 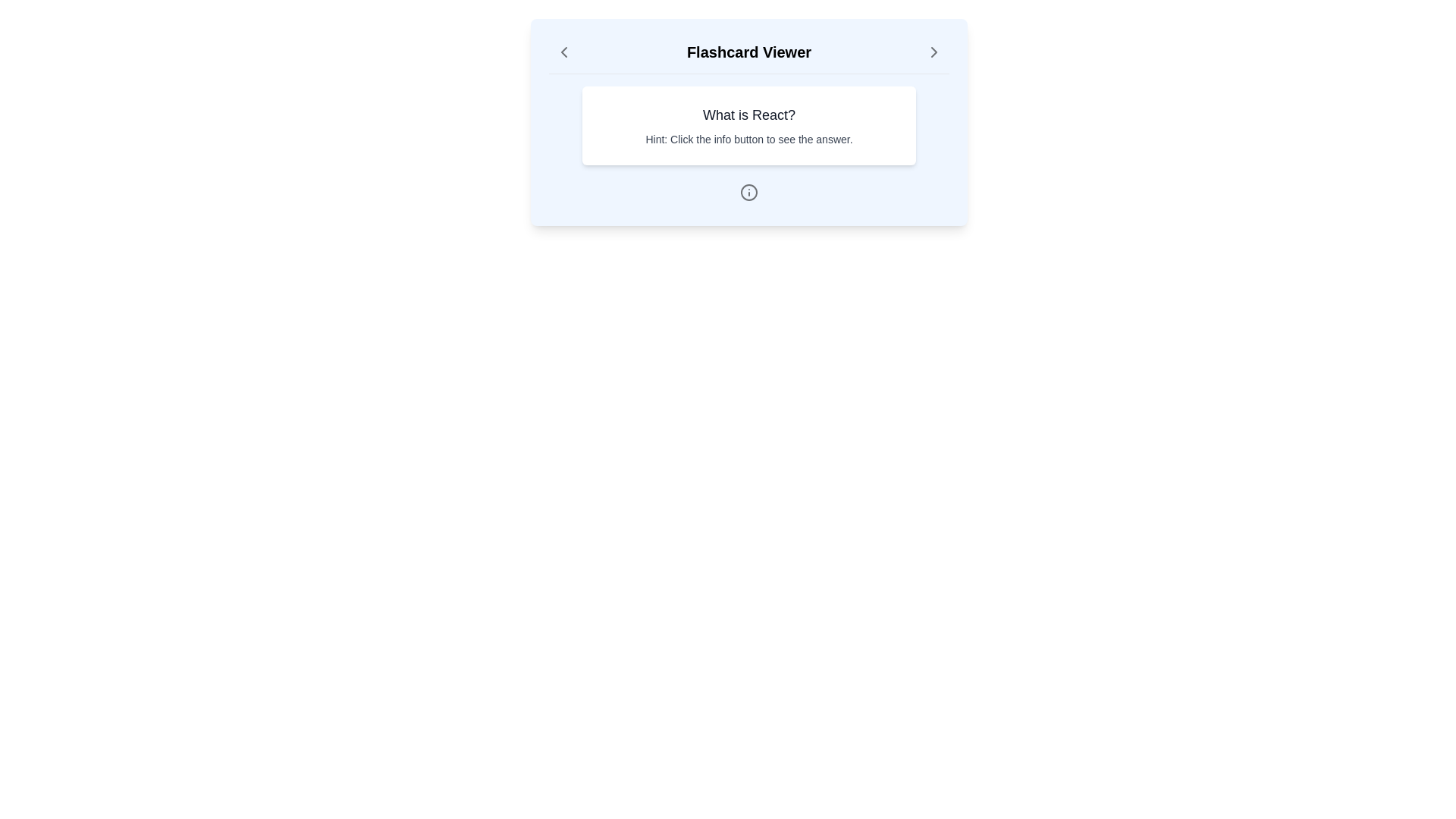 What do you see at coordinates (934, 52) in the screenshot?
I see `the right-pointing chevron icon located in the top-right corner of the Flashcard Viewer interface to trigger the interaction effect` at bounding box center [934, 52].